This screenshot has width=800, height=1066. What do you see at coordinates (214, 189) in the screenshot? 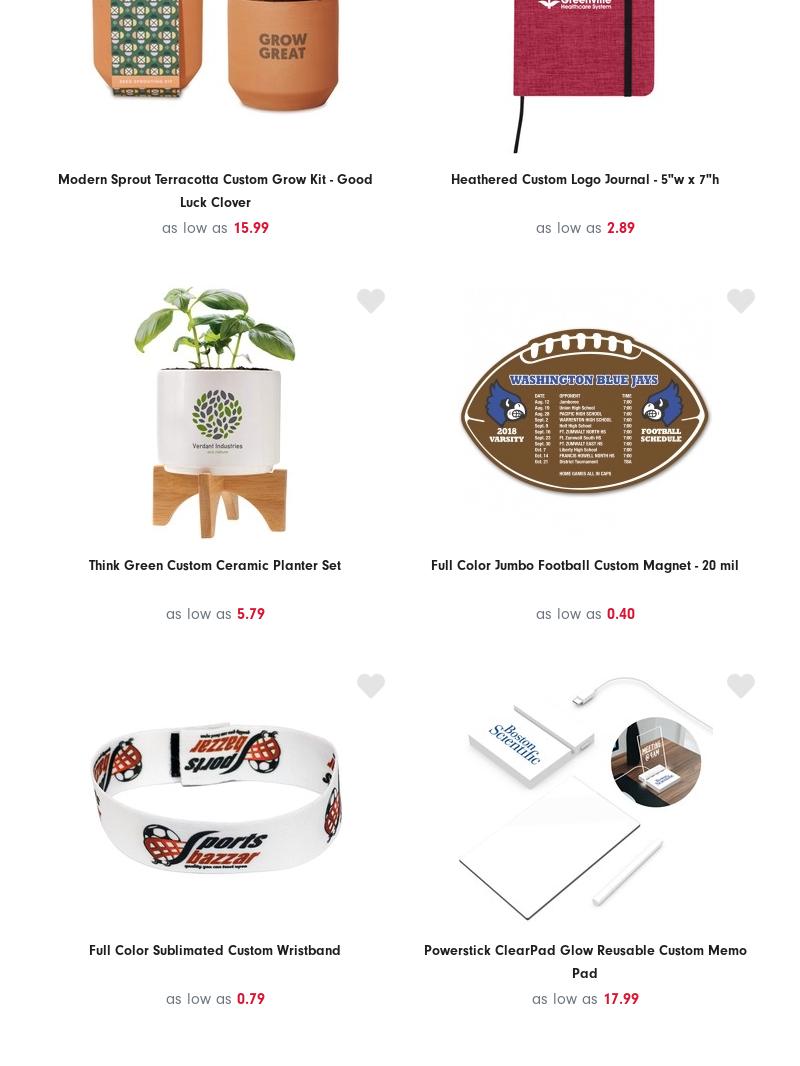
I see `'Modern Sprout Terracotta Custom Grow Kit - Good Luck Clover'` at bounding box center [214, 189].